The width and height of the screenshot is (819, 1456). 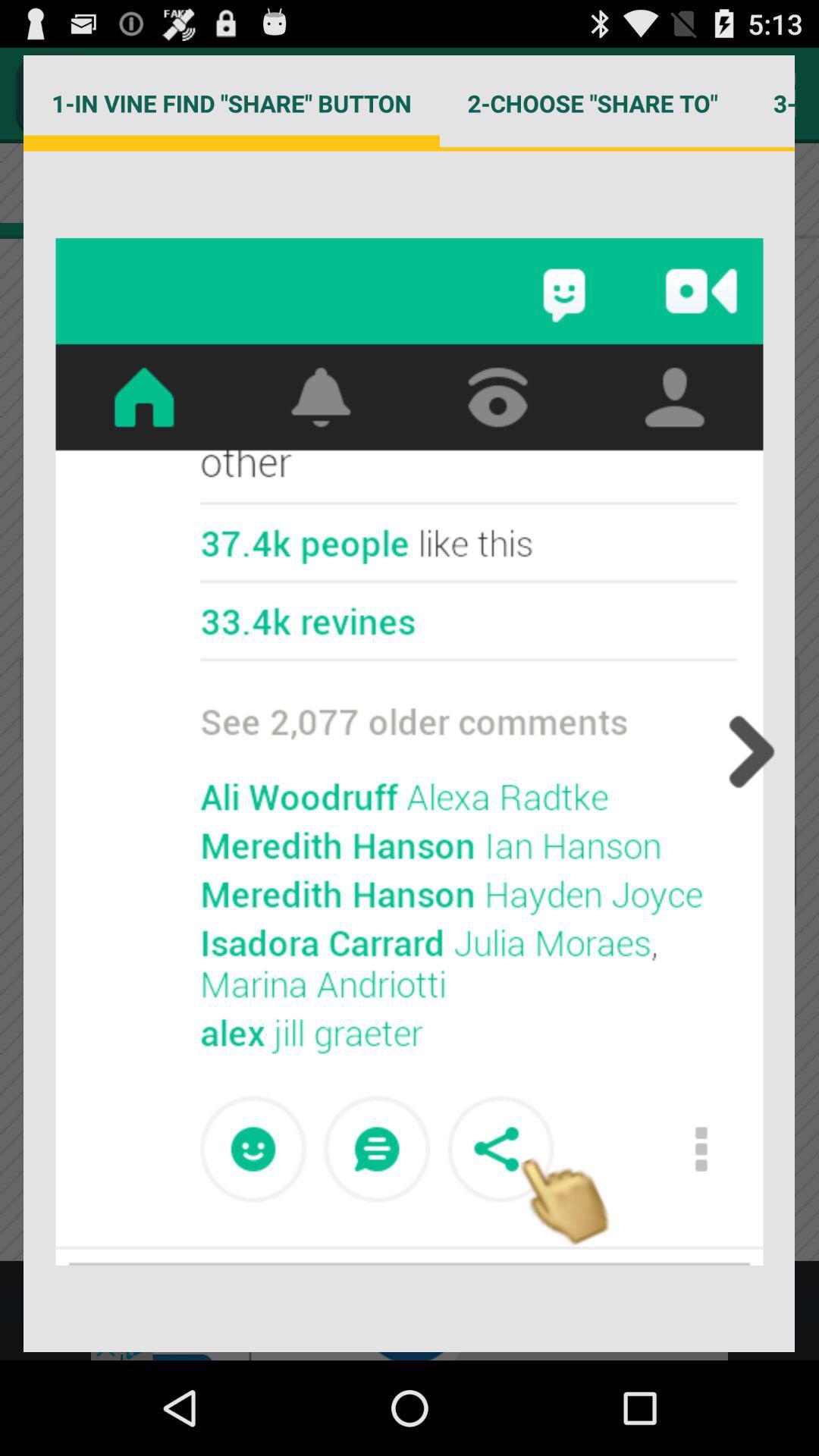 I want to click on the icon to the left of 2 choose share, so click(x=231, y=102).